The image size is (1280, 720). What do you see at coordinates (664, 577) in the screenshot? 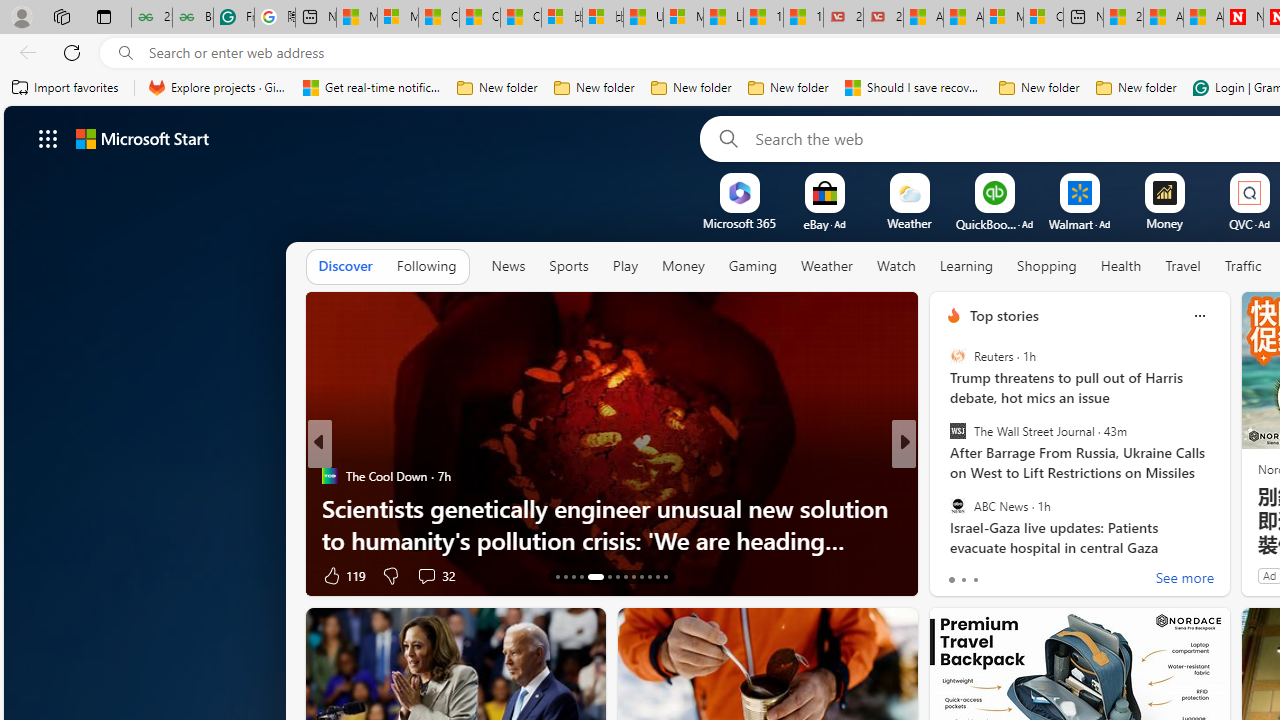
I see `'AutomationID: tab-25'` at bounding box center [664, 577].